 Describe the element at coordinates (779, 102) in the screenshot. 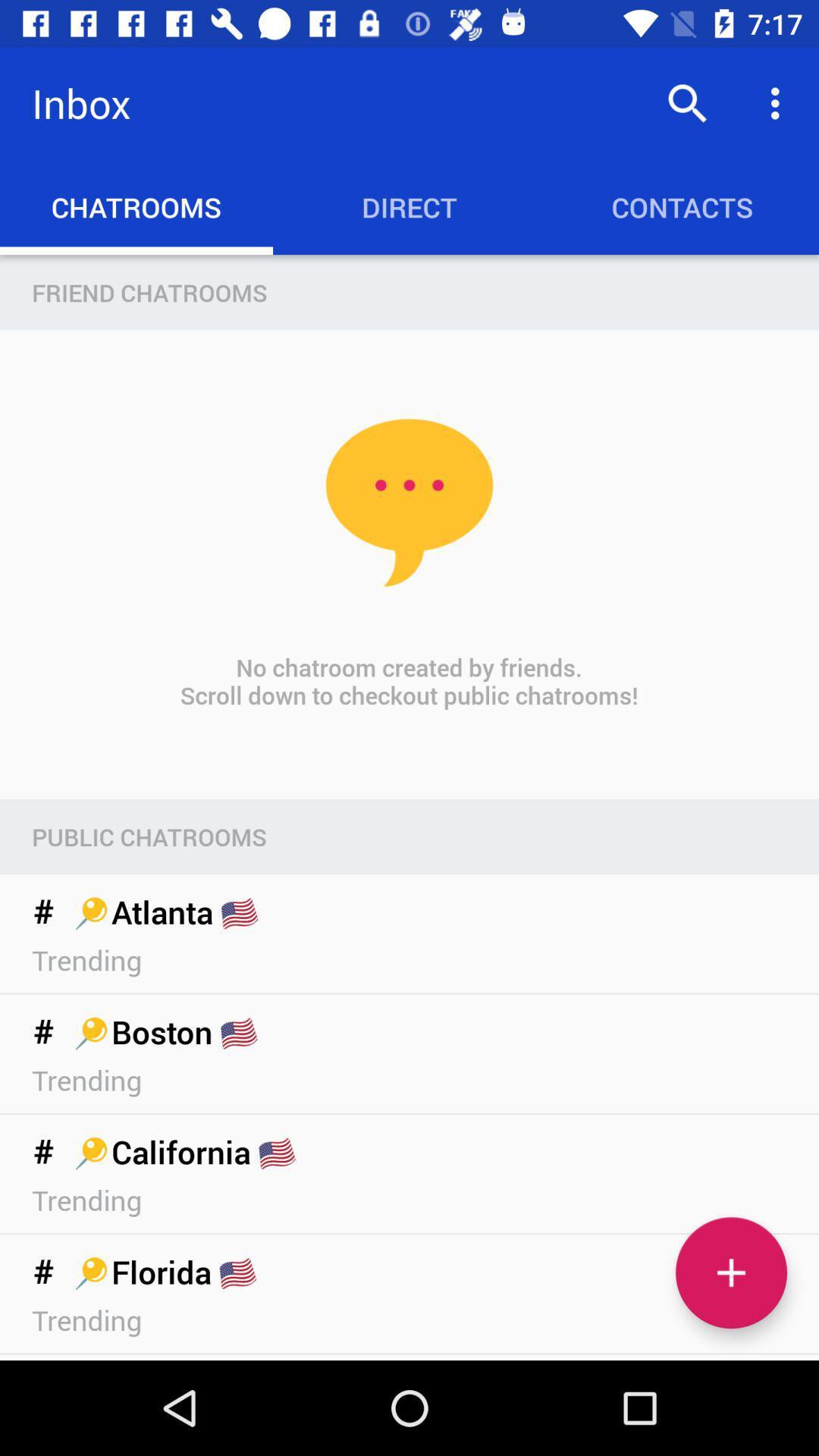

I see `the item above contacts icon` at that location.